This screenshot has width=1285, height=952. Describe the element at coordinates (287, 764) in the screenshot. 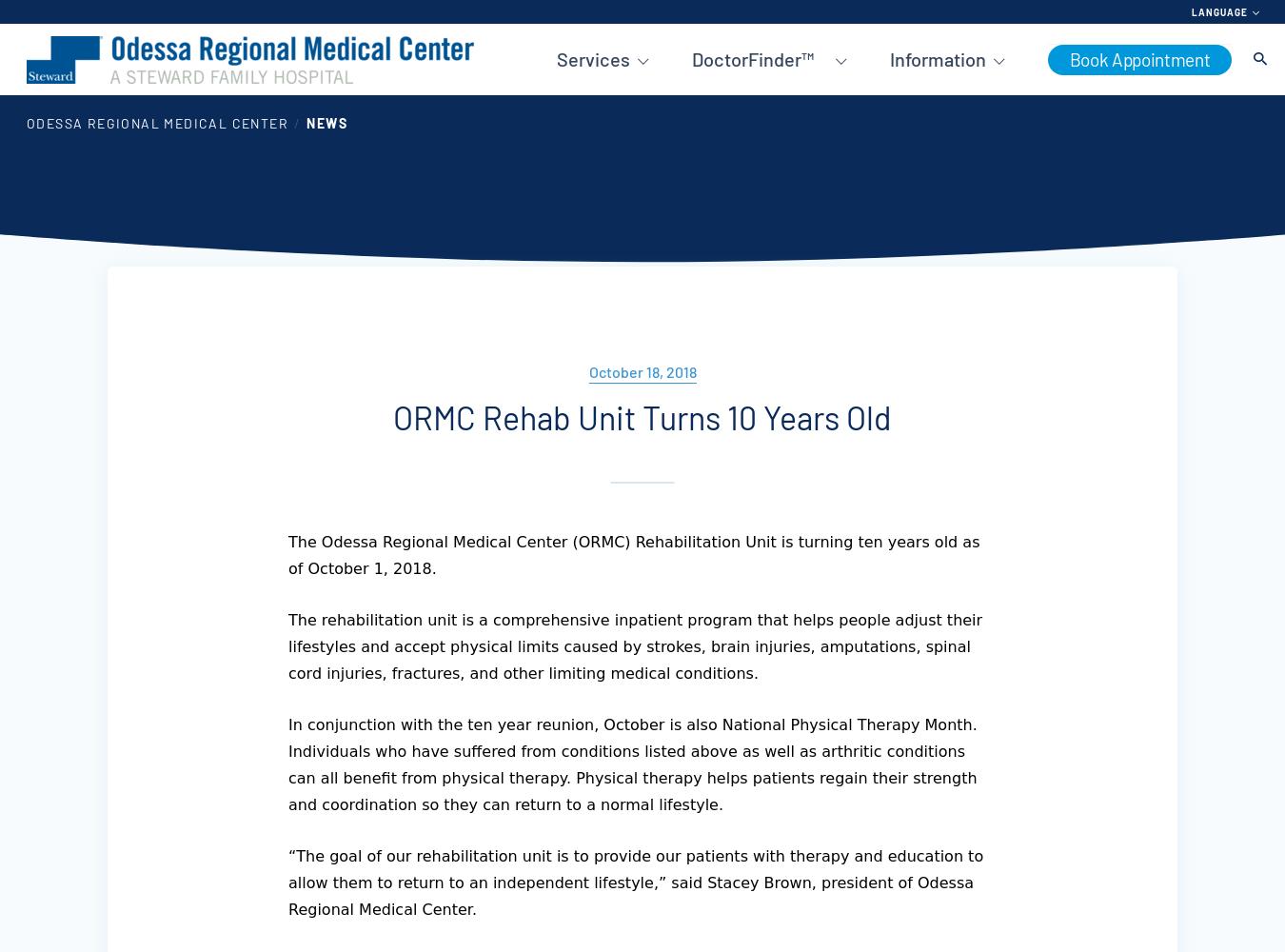

I see `'In conjunction with the ten year reunion, October is also National Physical Therapy Month. Individuals who have suffered from conditions listed above as well as arthritic conditions can all benefit from physical therapy. Physical therapy helps patients regain their strength and coordination so they can return to a normal lifestyle.'` at that location.